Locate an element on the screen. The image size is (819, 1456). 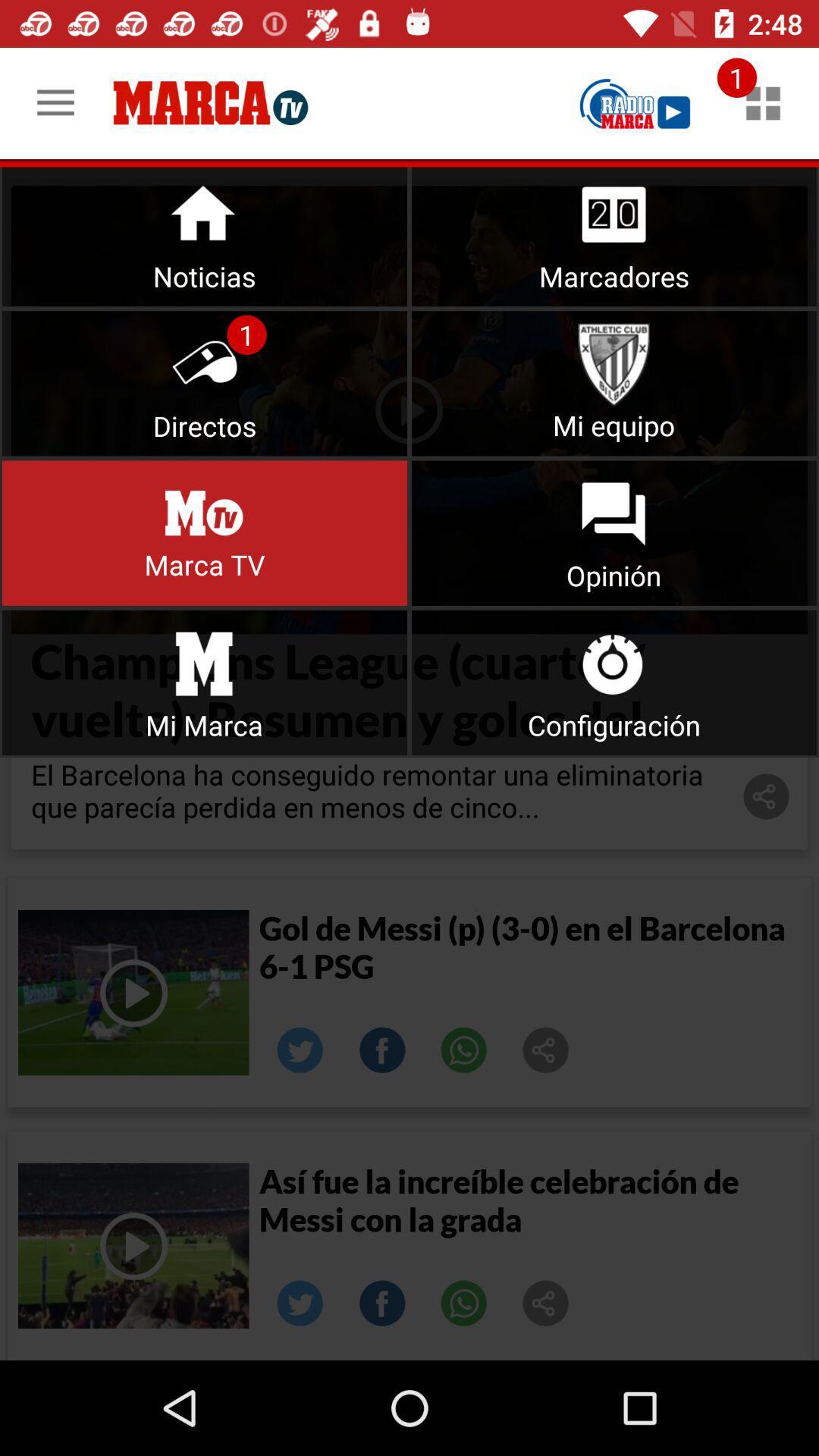
share video to facebook is located at coordinates (381, 1050).